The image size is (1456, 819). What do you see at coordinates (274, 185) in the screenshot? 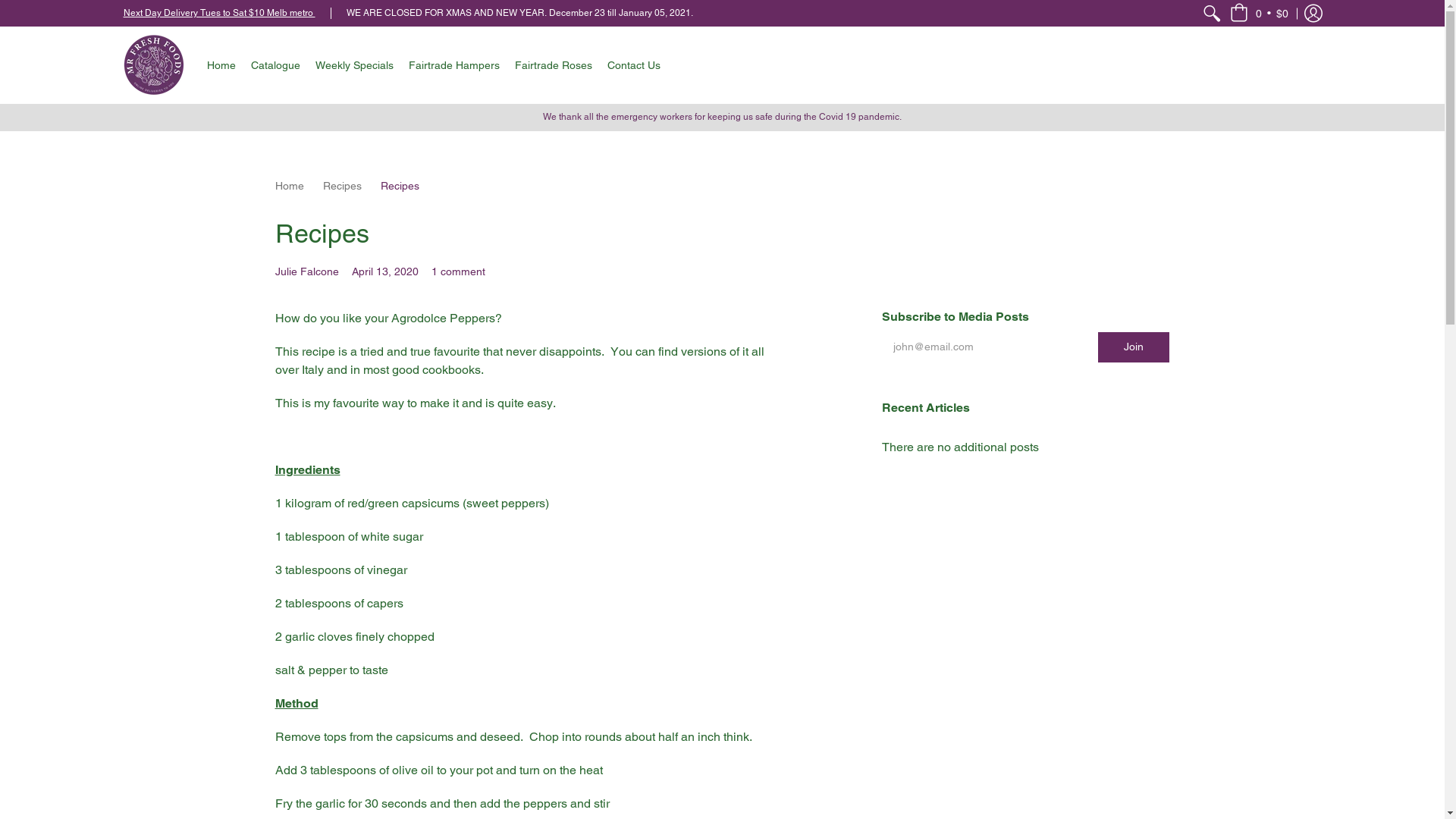
I see `'Home'` at bounding box center [274, 185].